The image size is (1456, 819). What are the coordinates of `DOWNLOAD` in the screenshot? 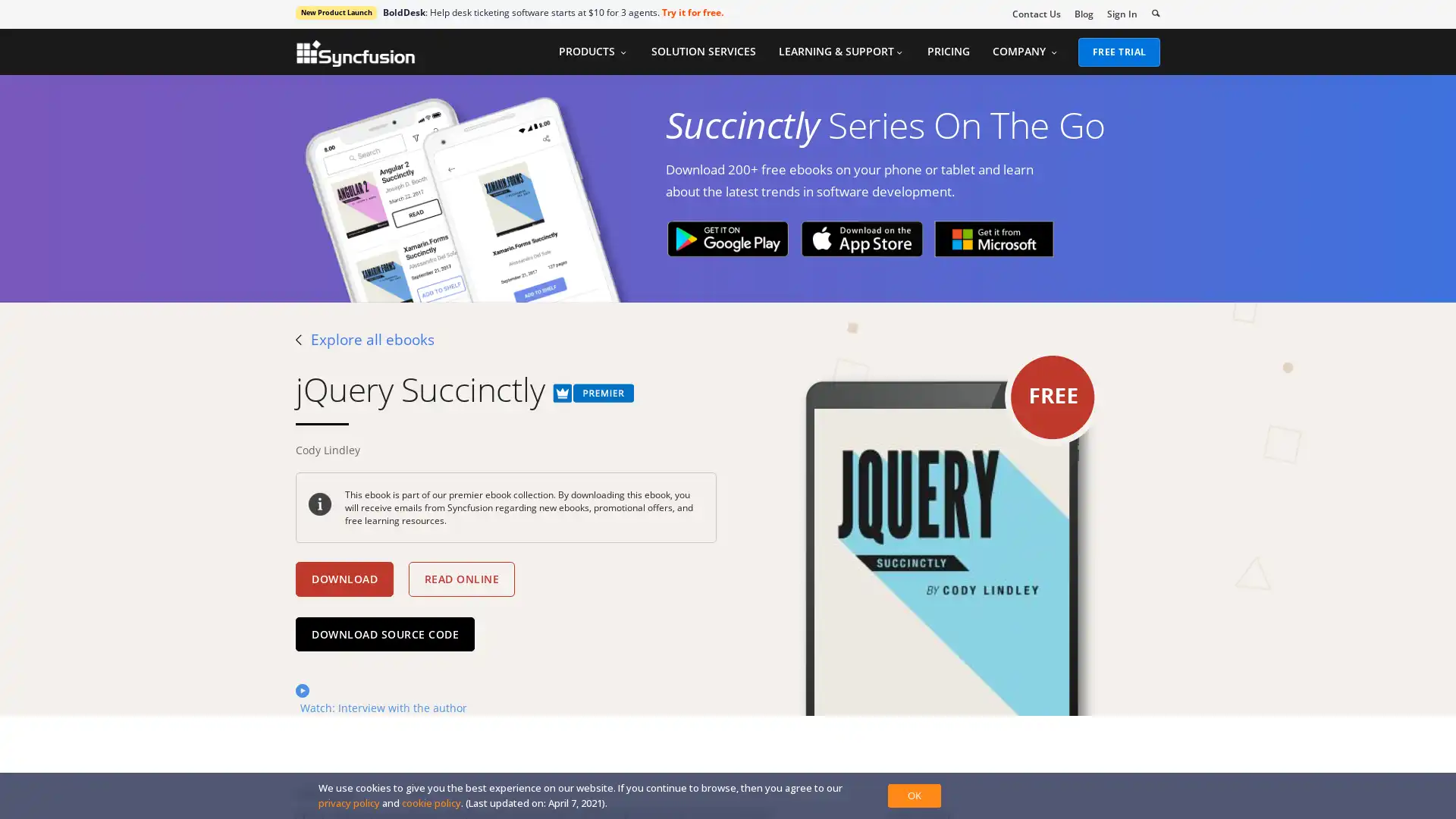 It's located at (344, 579).